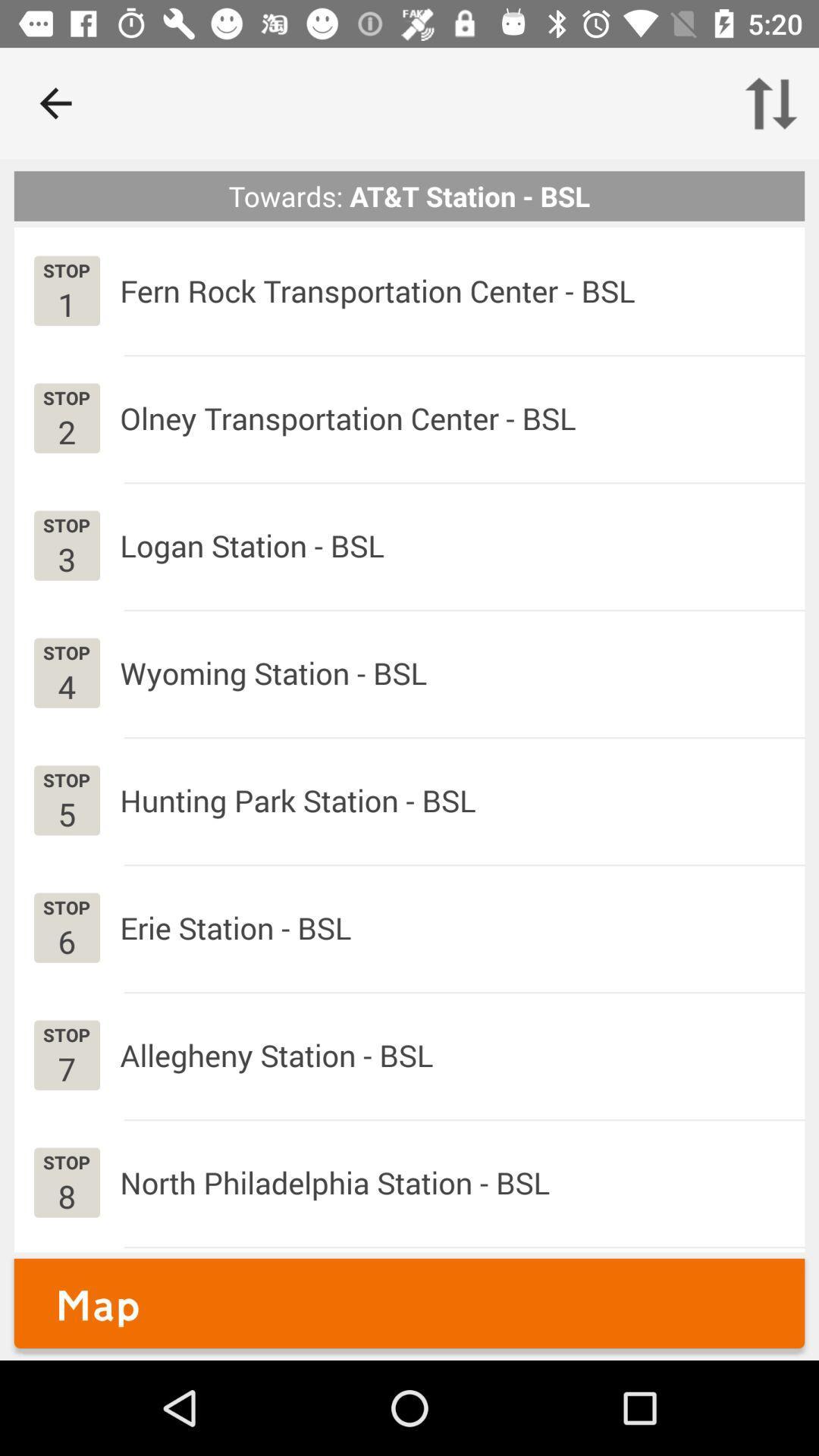 The image size is (819, 1456). I want to click on the fern rock transportation icon, so click(376, 290).